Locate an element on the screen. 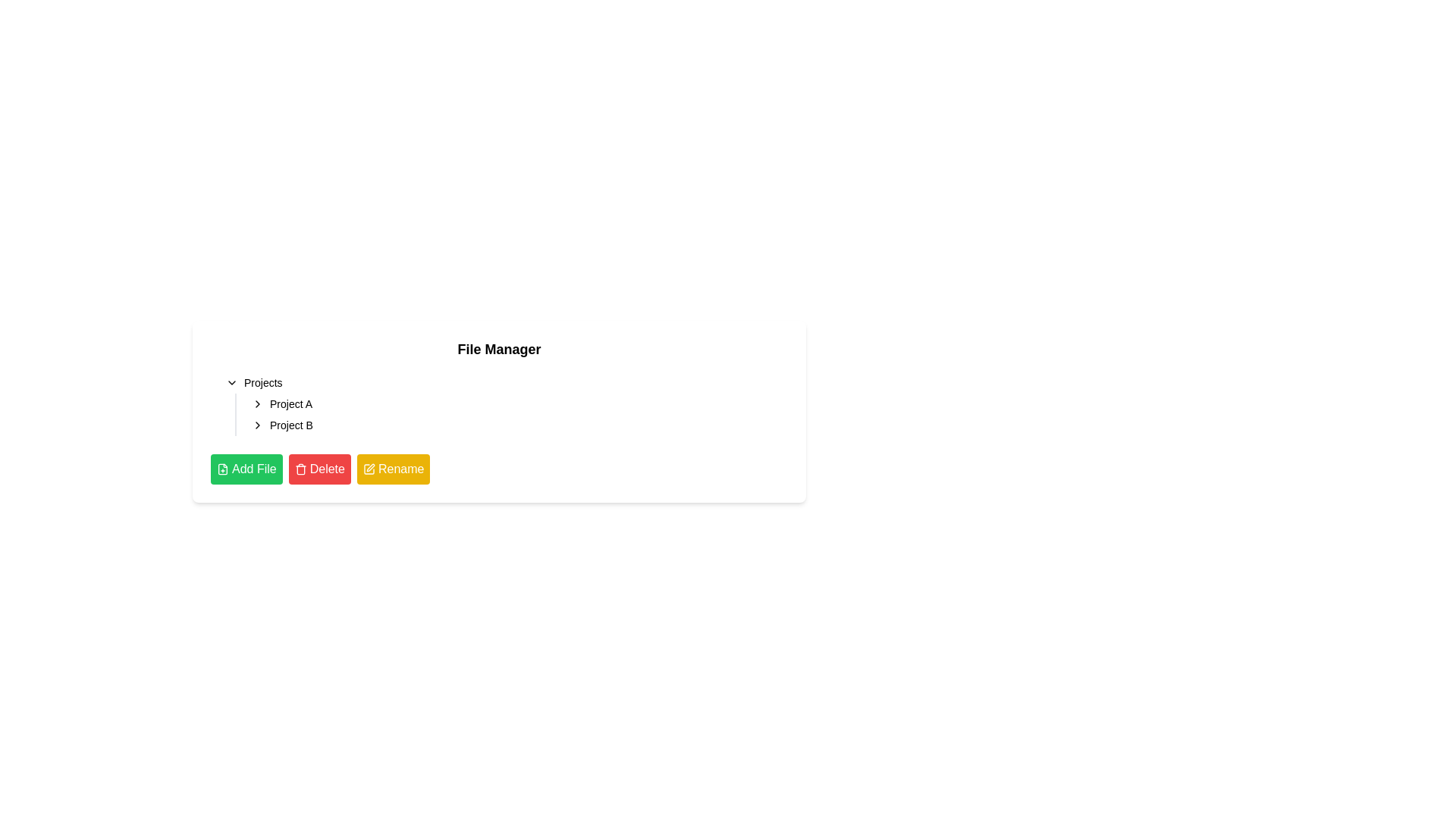 This screenshot has height=819, width=1456. on the 'Projects' text element, which is styled in a small font and positioned between a chevron-down icon and the nested elements 'Project A' and 'Project B' is located at coordinates (263, 382).